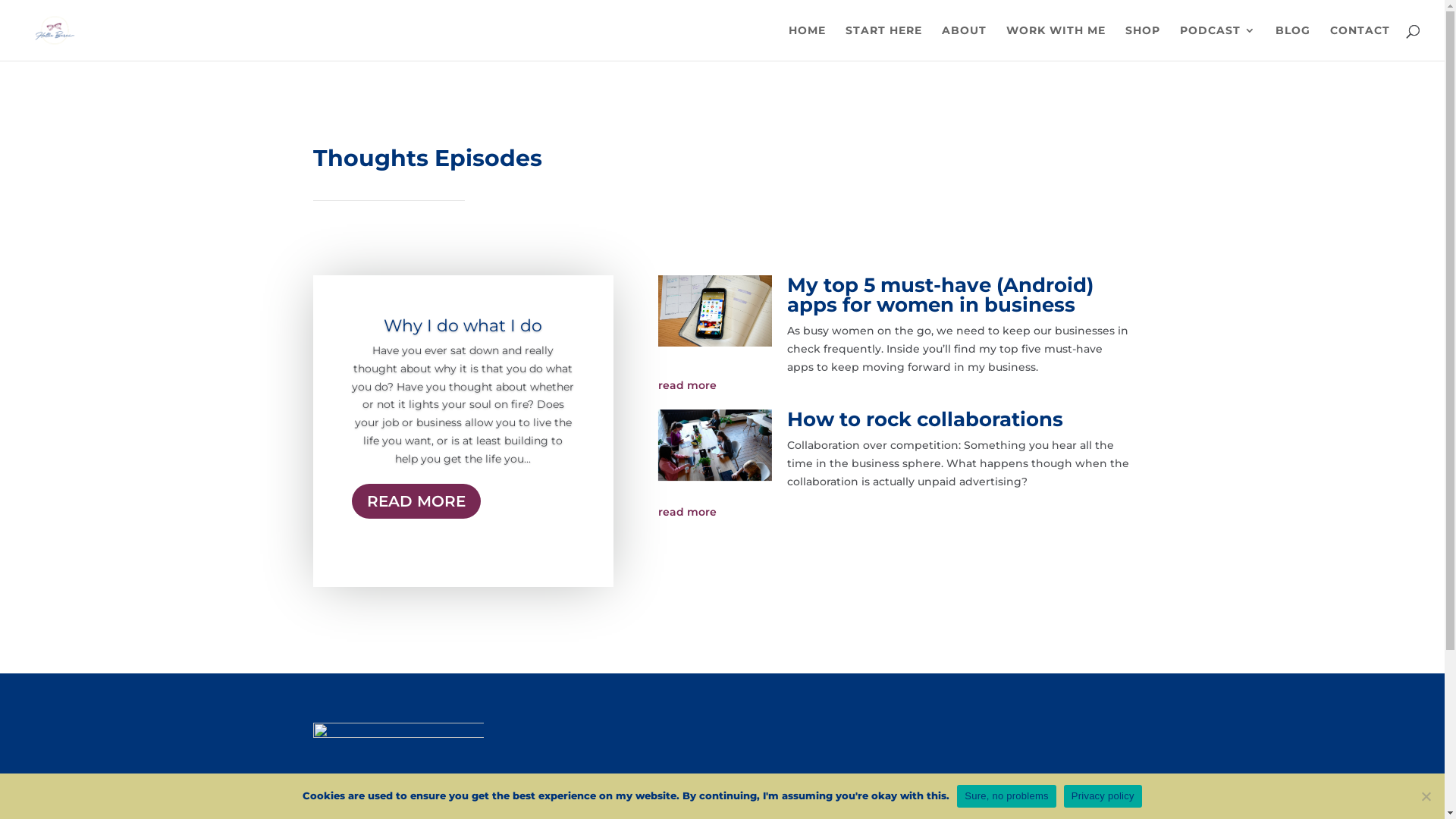 The width and height of the screenshot is (1456, 819). I want to click on 'HOME', so click(806, 42).